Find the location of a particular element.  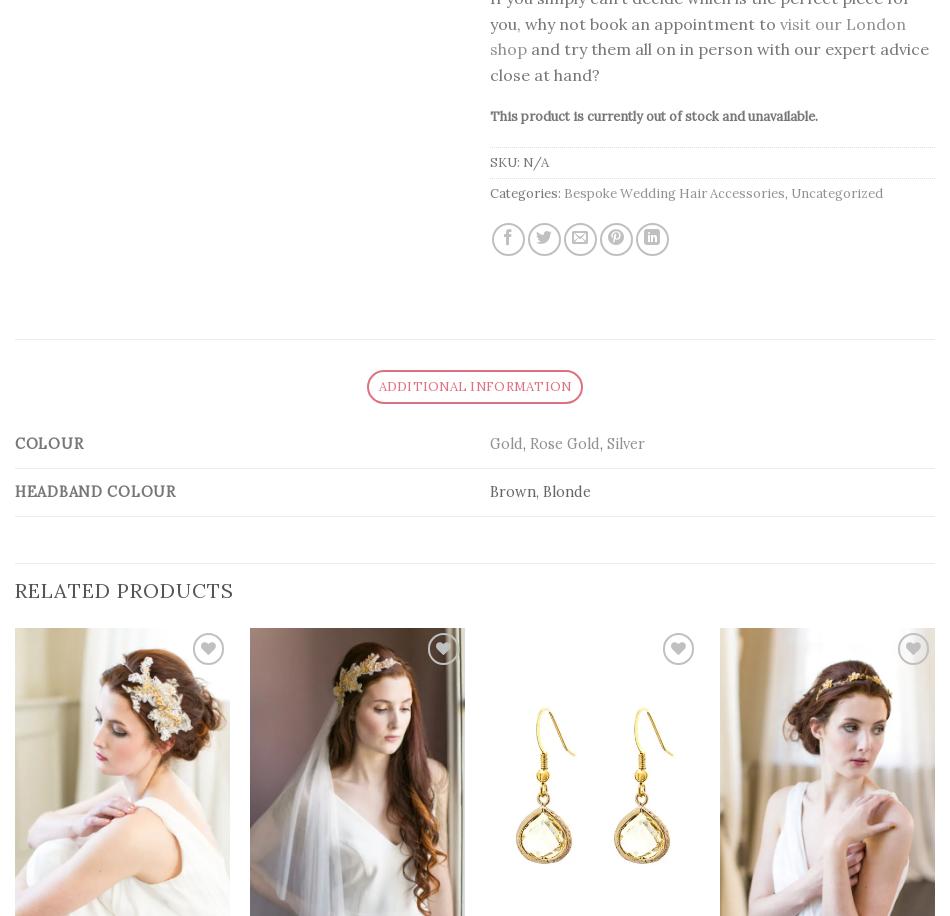

'Uncategorized' is located at coordinates (836, 192).